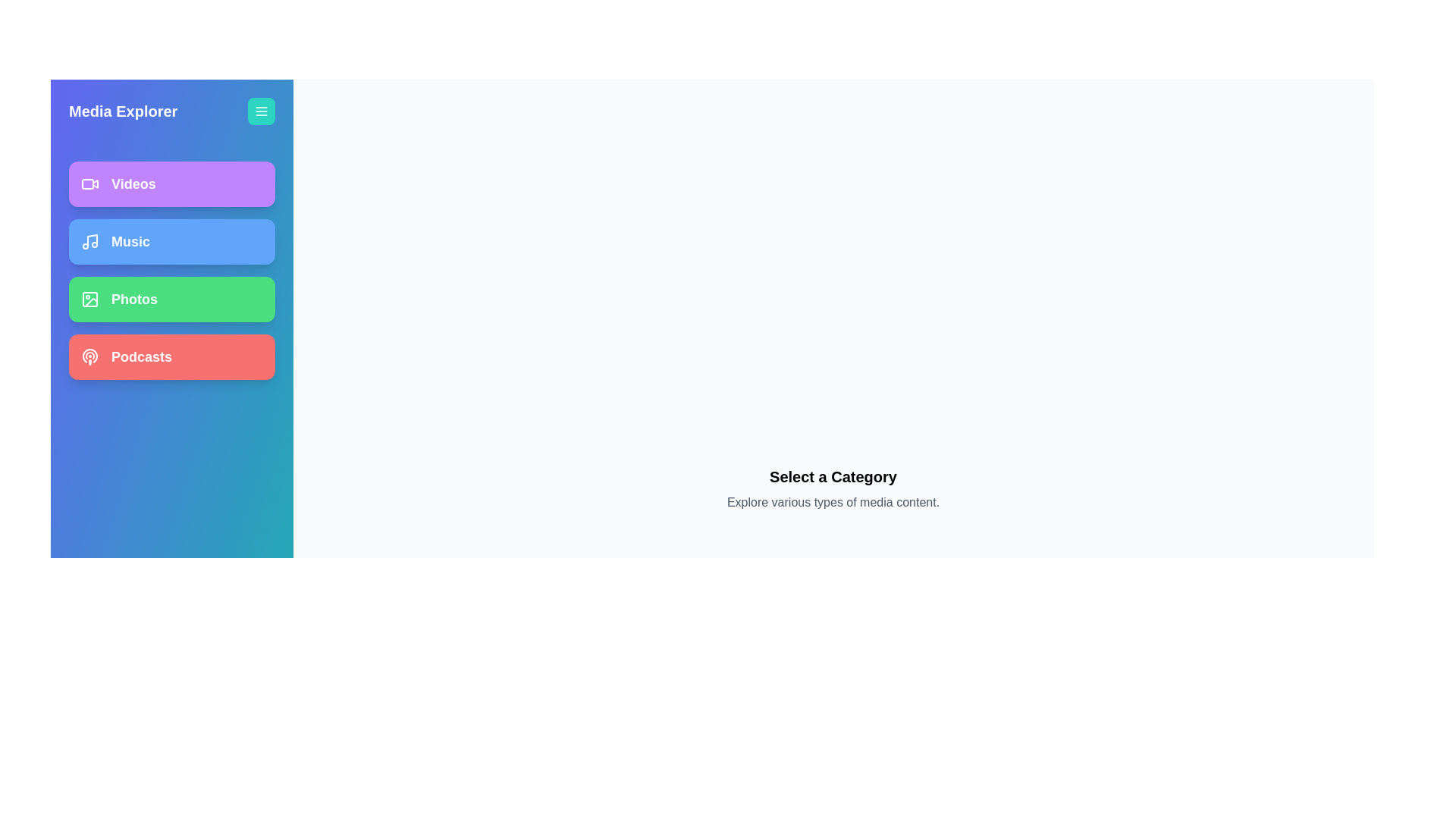  What do you see at coordinates (171, 184) in the screenshot?
I see `the media category Videos` at bounding box center [171, 184].